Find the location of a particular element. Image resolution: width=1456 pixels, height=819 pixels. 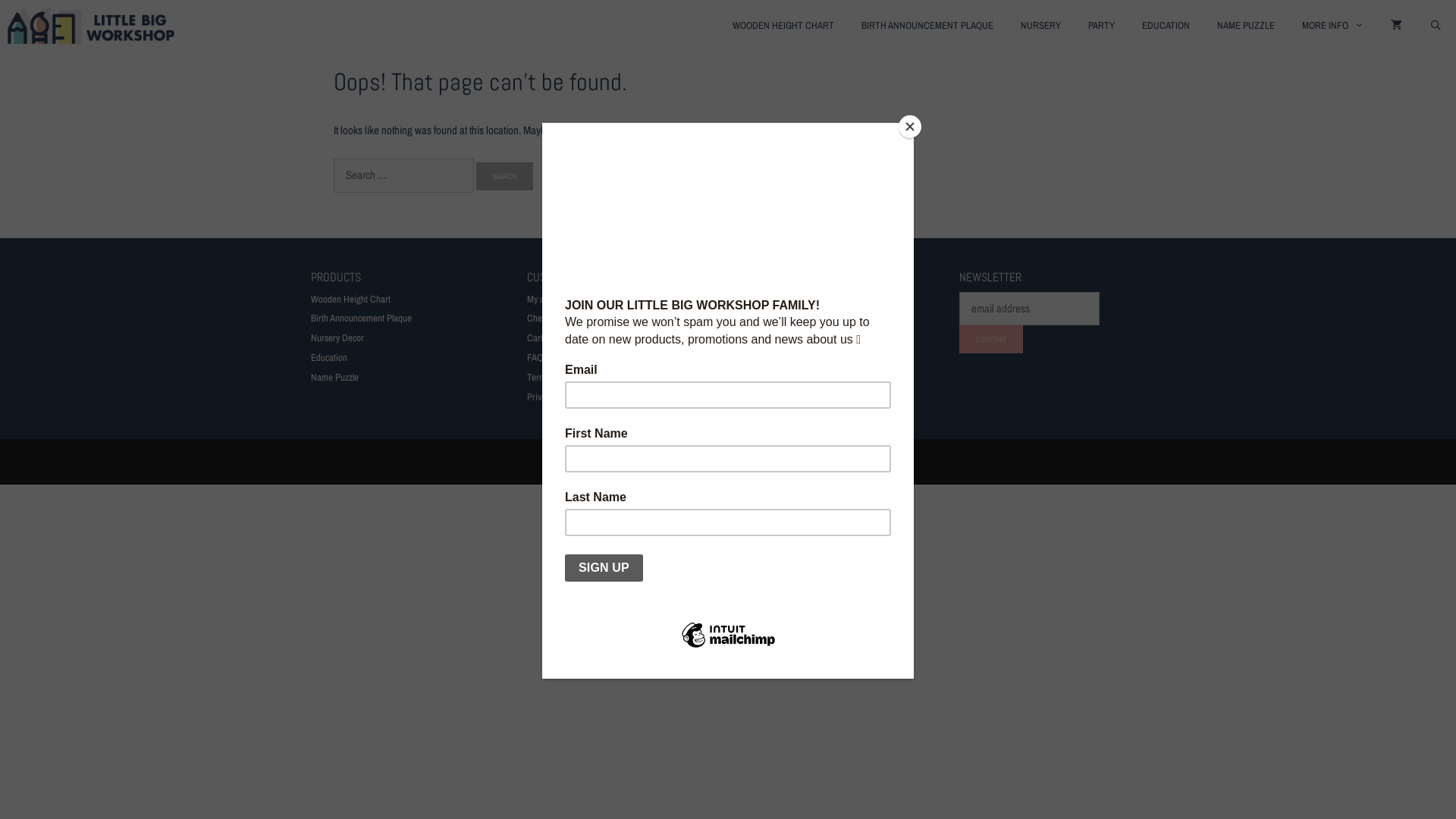

'FAQs (including shipping)' is located at coordinates (573, 357).